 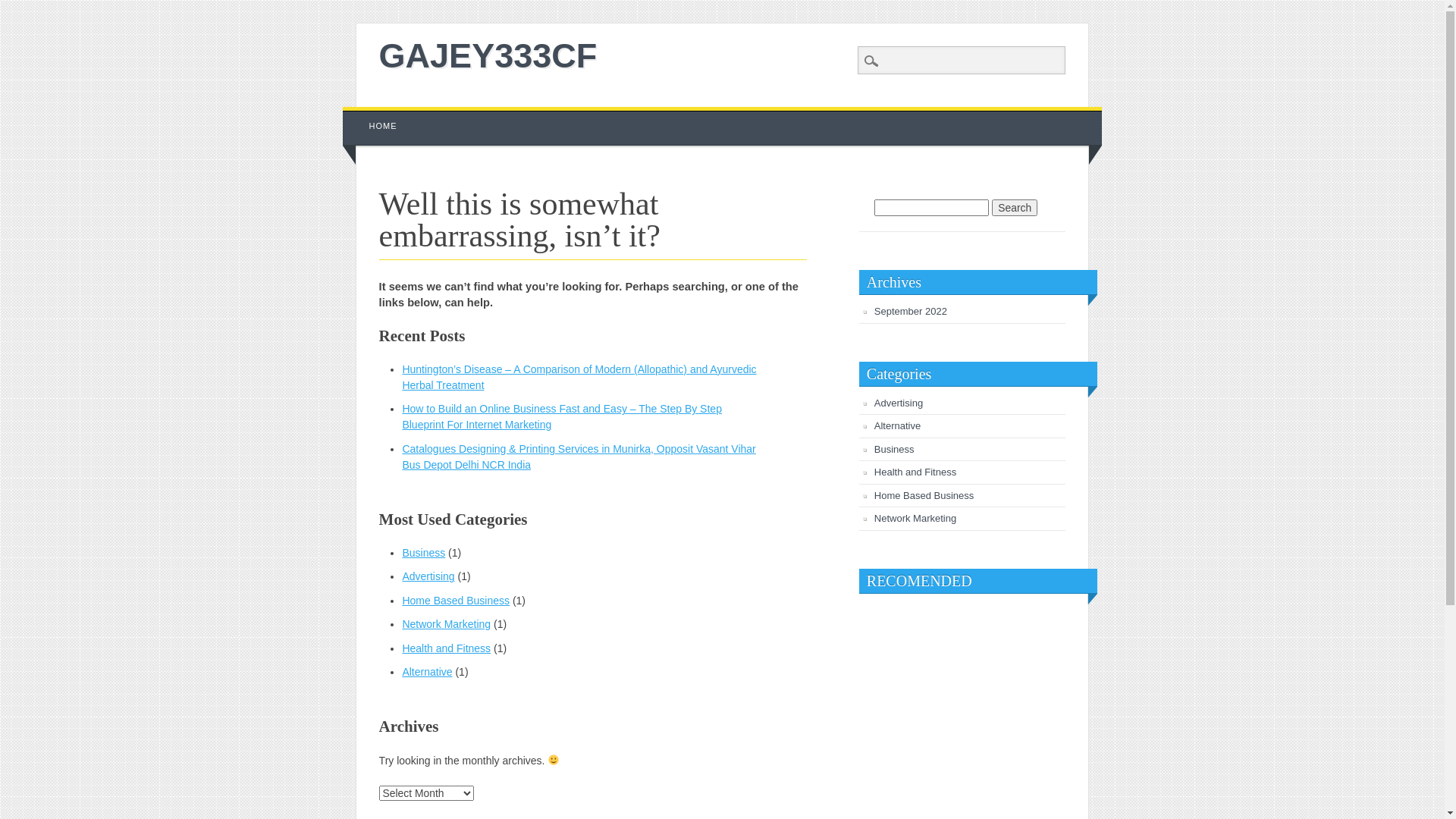 What do you see at coordinates (899, 402) in the screenshot?
I see `'Advertising'` at bounding box center [899, 402].